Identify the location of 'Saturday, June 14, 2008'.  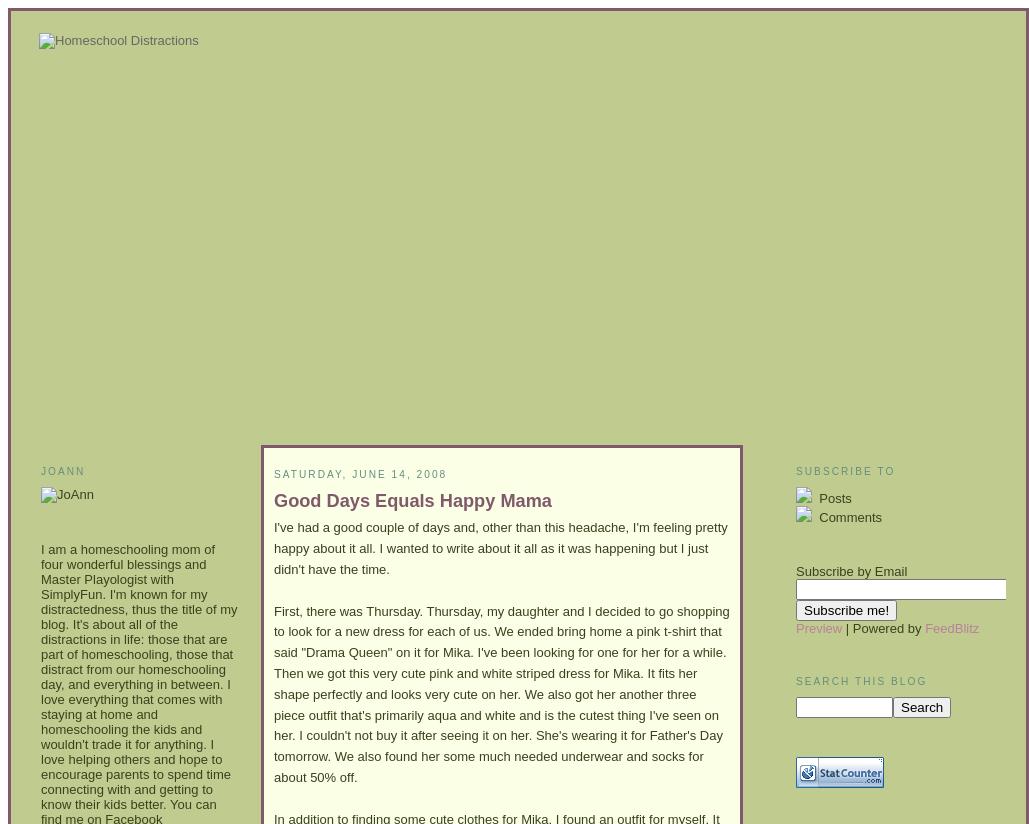
(360, 474).